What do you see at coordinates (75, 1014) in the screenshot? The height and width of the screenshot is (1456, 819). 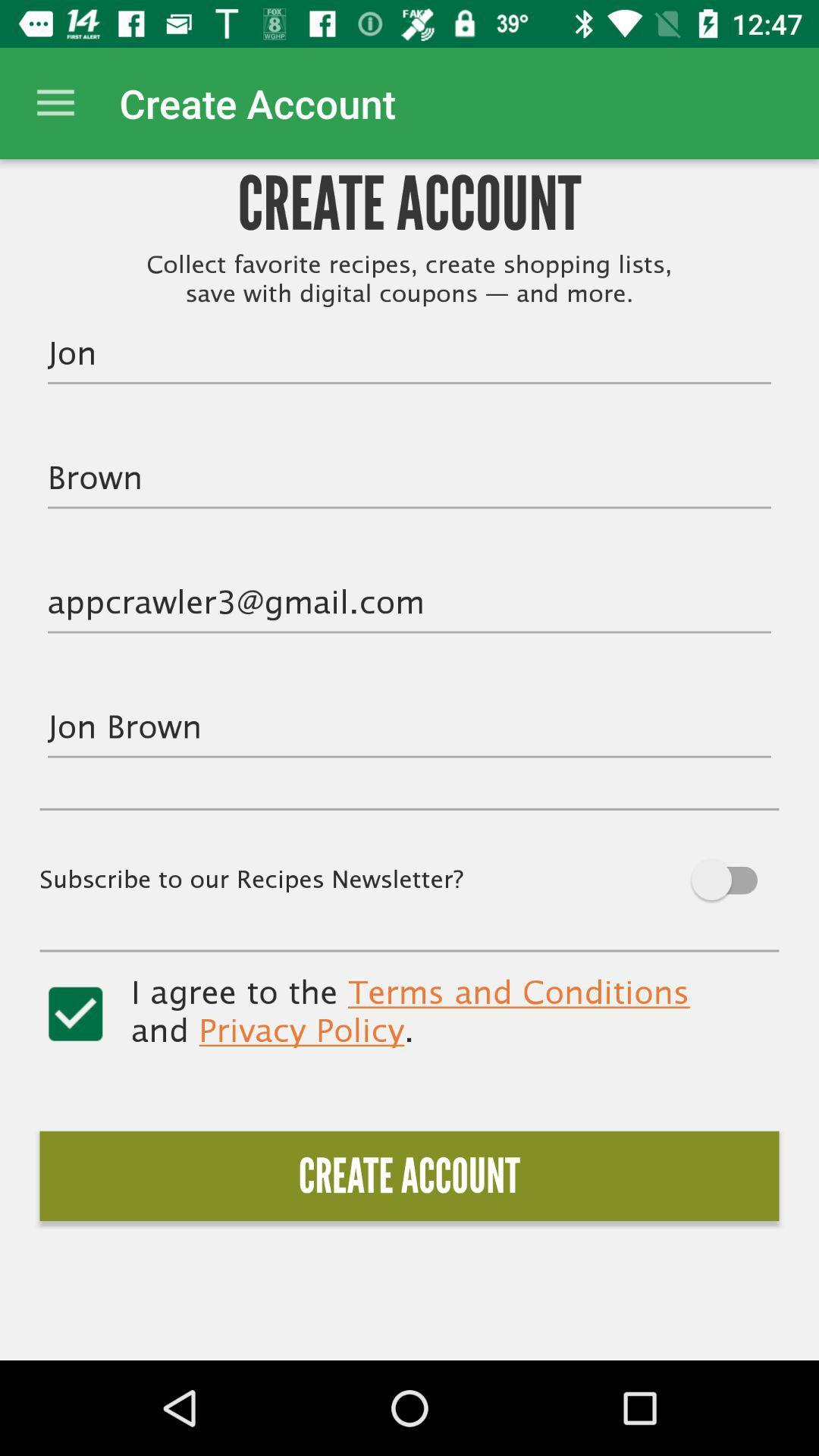 I see `toggle` at bounding box center [75, 1014].